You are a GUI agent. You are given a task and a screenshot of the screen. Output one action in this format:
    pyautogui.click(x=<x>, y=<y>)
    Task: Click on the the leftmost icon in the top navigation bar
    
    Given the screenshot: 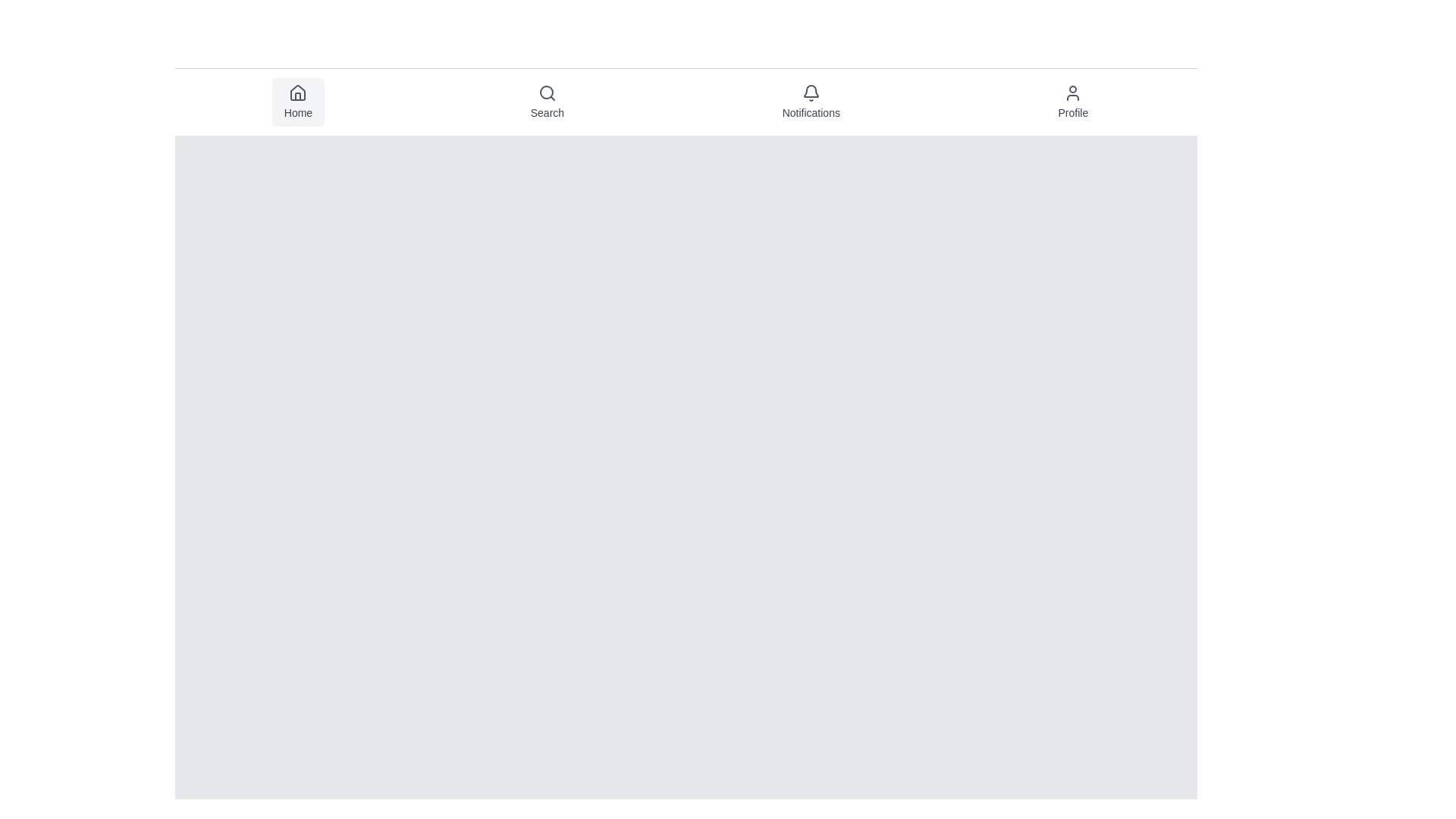 What is the action you would take?
    pyautogui.click(x=298, y=93)
    